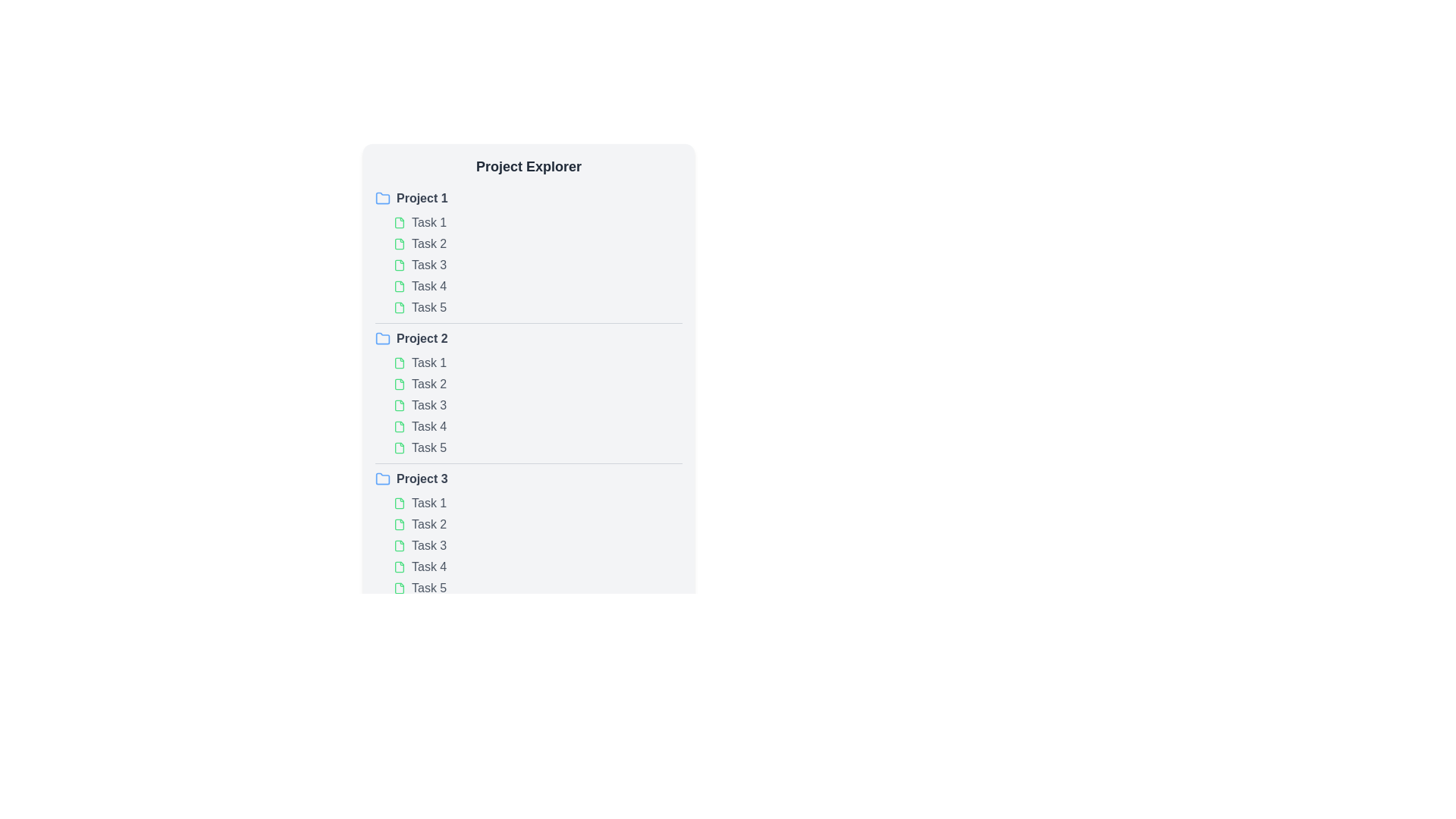  I want to click on the prominent rectangular text header labeled 'Project Explorer' at the top center of the interface, which features bold, large-sized dark gray text against a light gray background, so click(529, 166).